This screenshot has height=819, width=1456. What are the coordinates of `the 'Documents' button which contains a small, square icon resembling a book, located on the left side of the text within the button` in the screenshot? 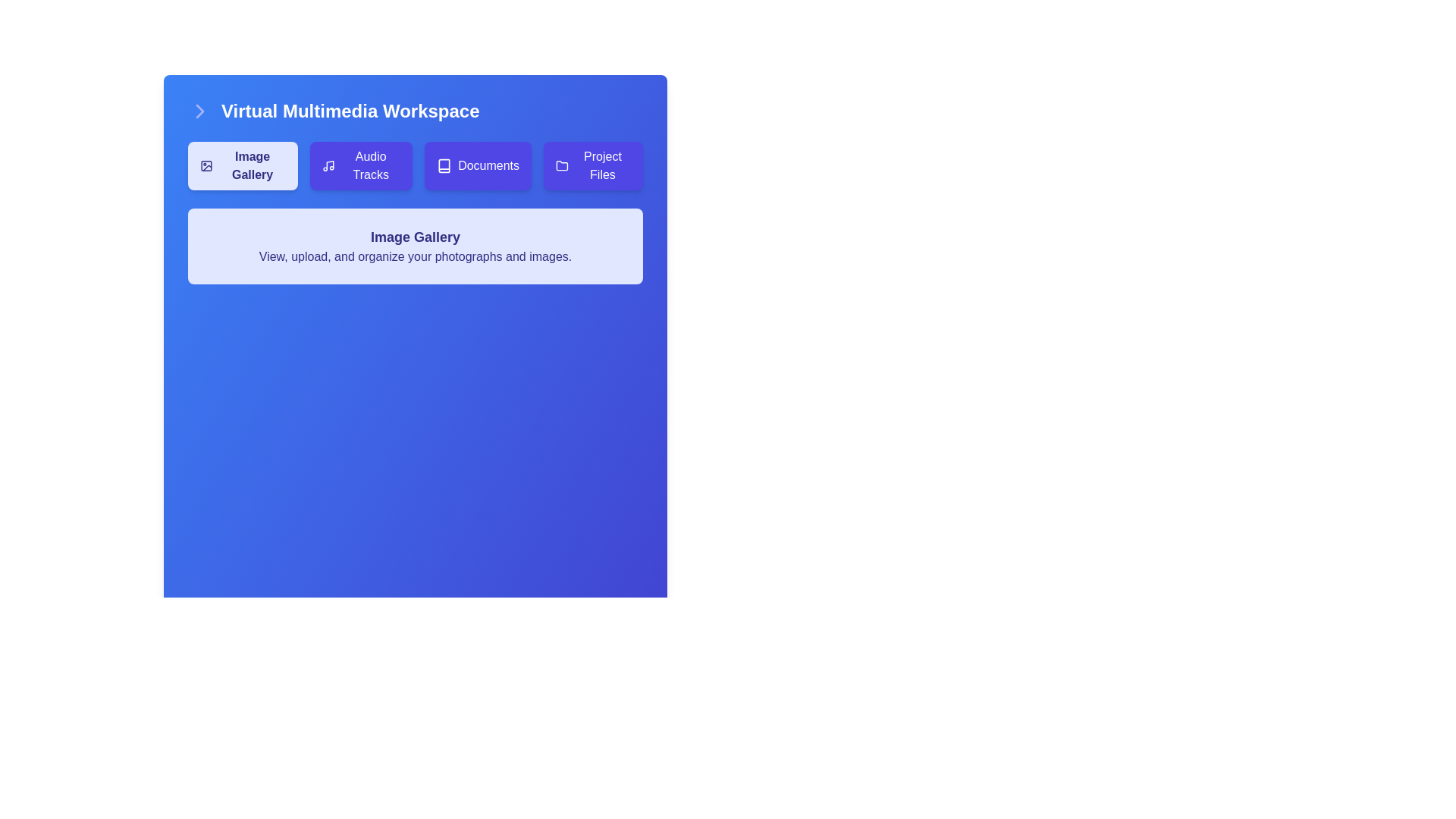 It's located at (444, 166).